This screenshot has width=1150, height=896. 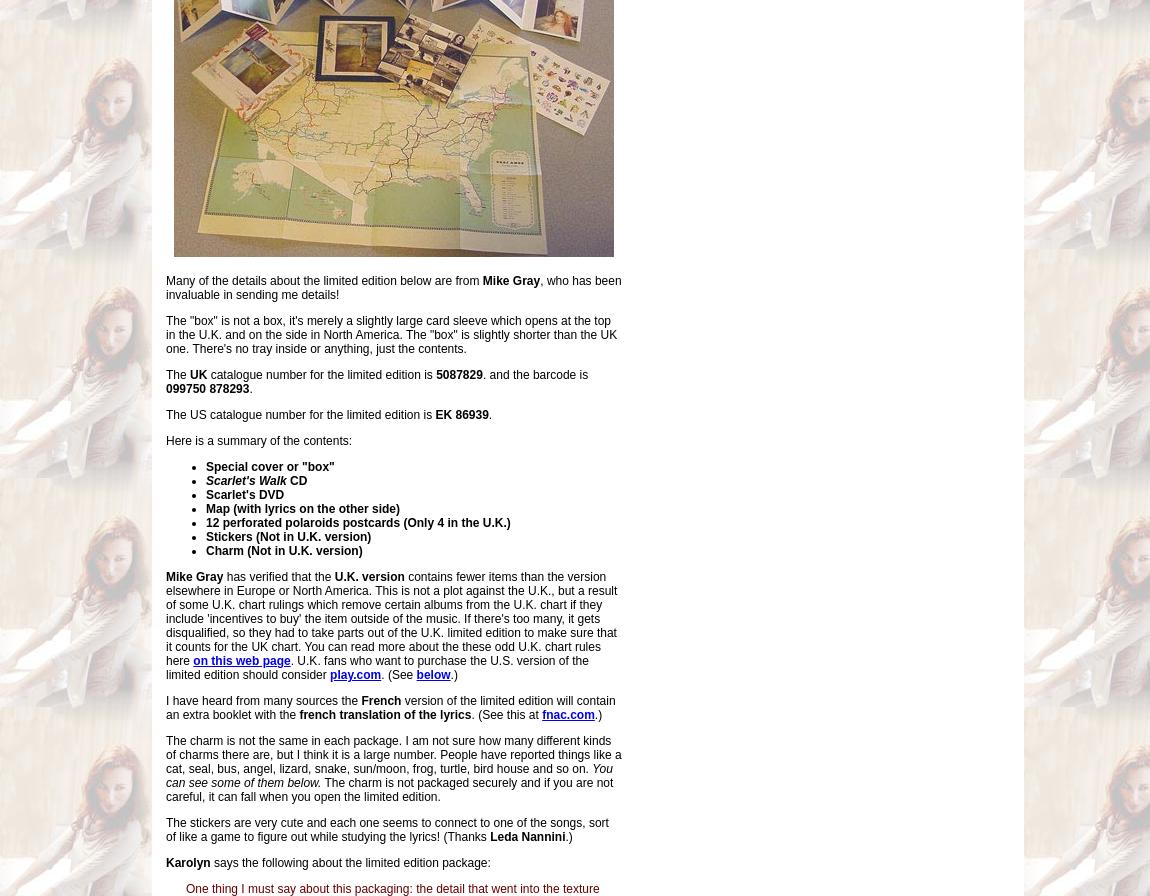 I want to click on '099750 878293', so click(x=206, y=389).